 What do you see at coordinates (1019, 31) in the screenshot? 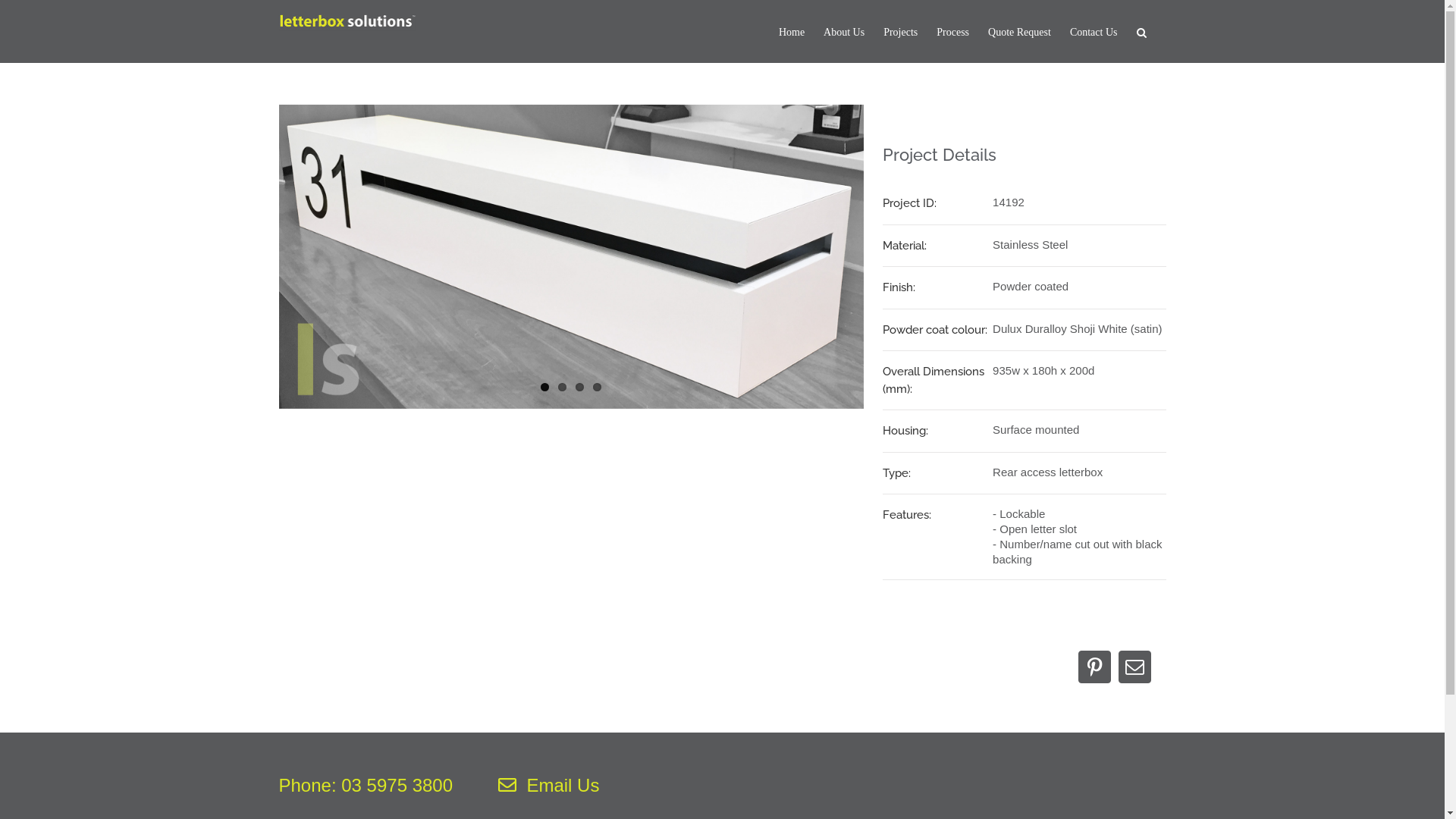
I see `'Quote Request'` at bounding box center [1019, 31].